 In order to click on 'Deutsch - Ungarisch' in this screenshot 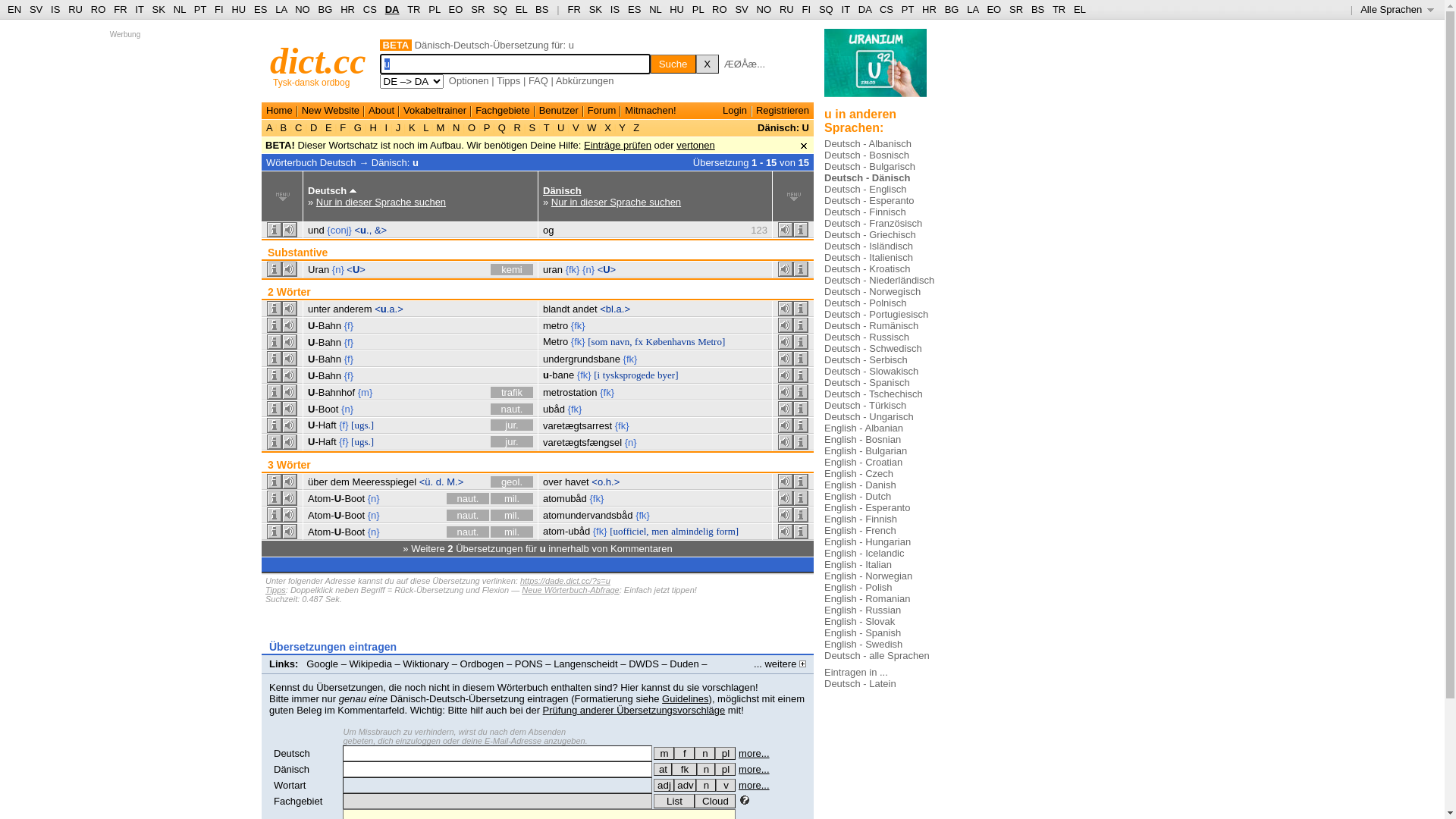, I will do `click(869, 416)`.